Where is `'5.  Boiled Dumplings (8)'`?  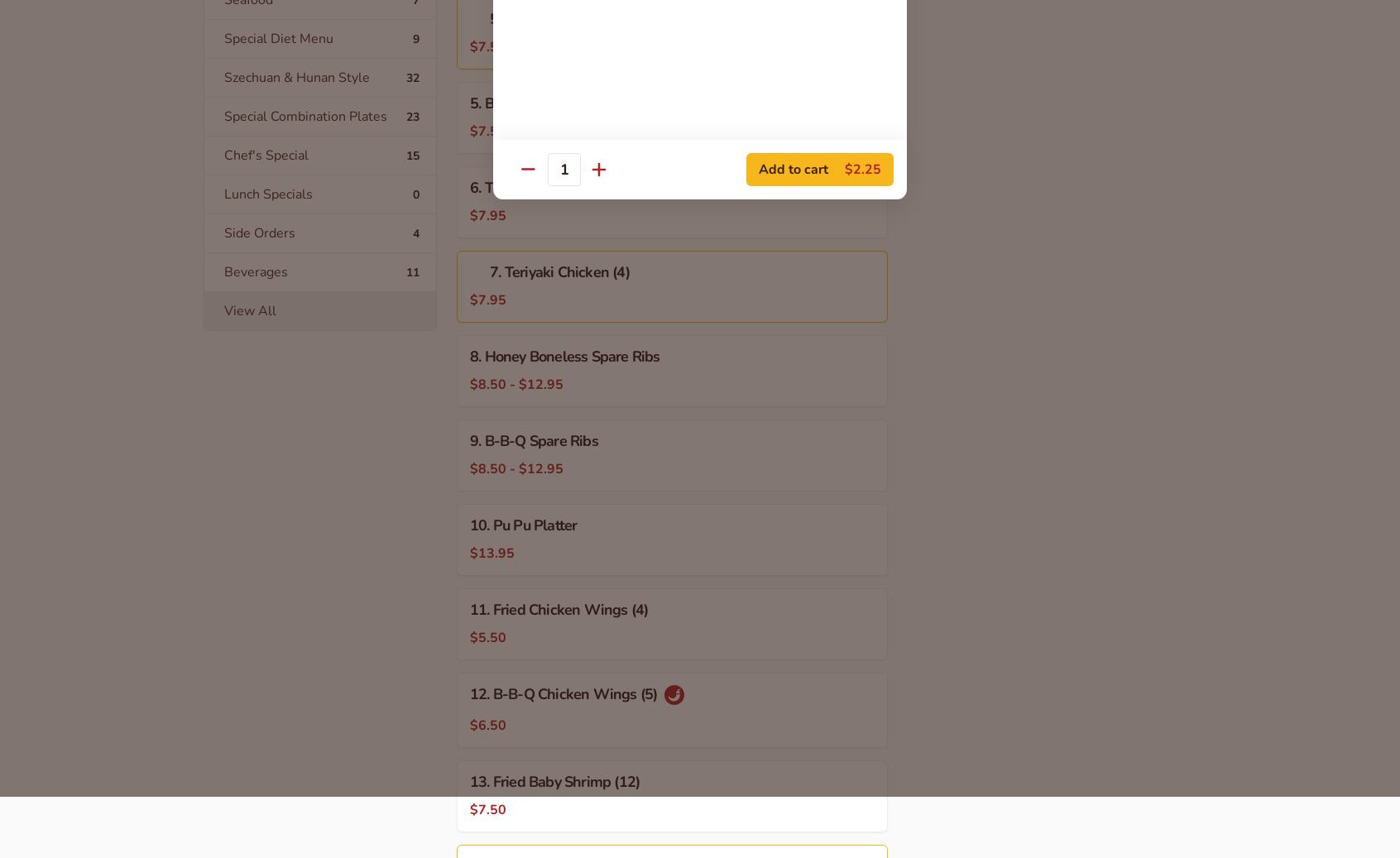 '5.  Boiled Dumplings (8)' is located at coordinates (544, 102).